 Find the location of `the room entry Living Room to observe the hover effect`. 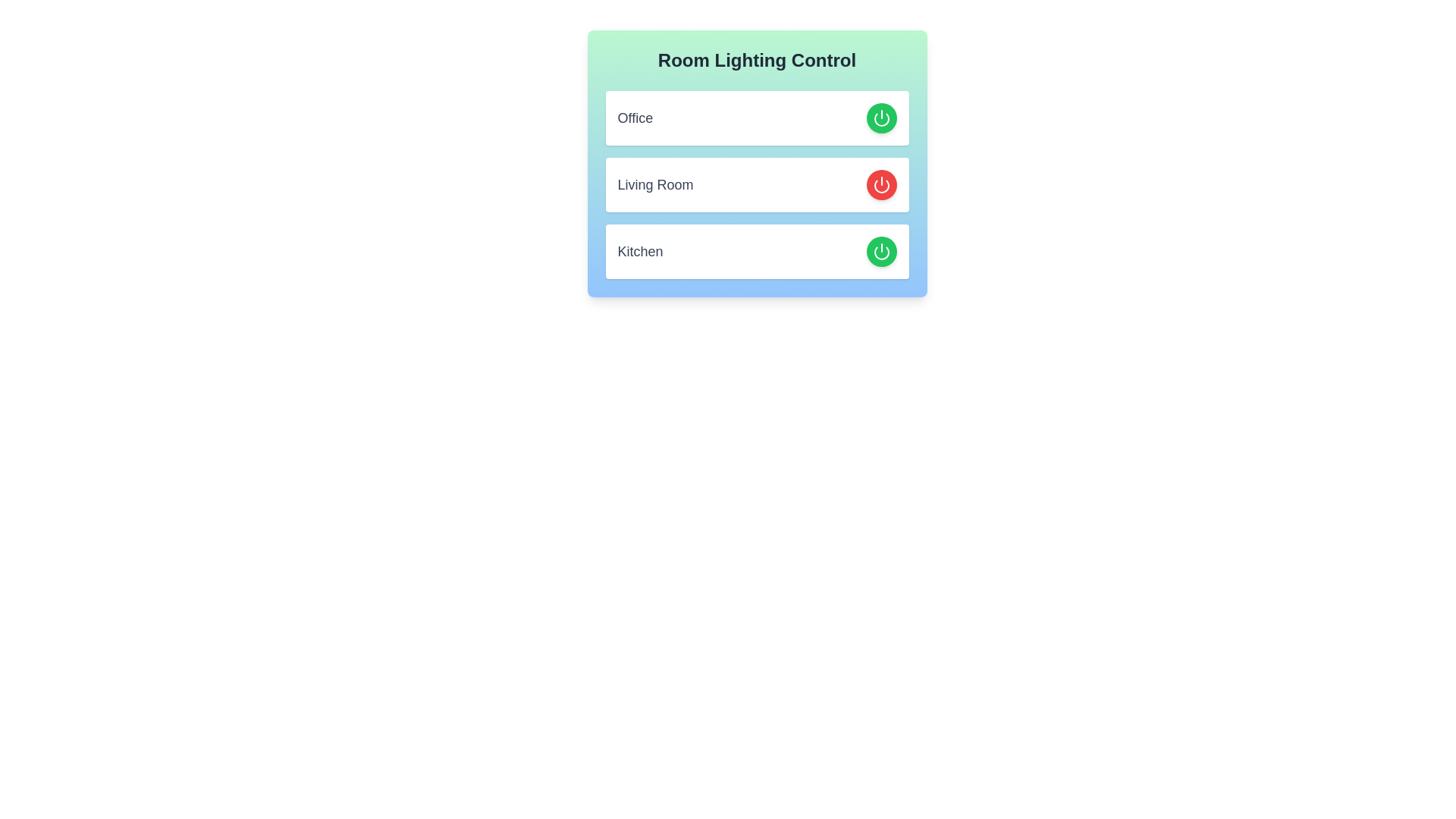

the room entry Living Room to observe the hover effect is located at coordinates (757, 184).